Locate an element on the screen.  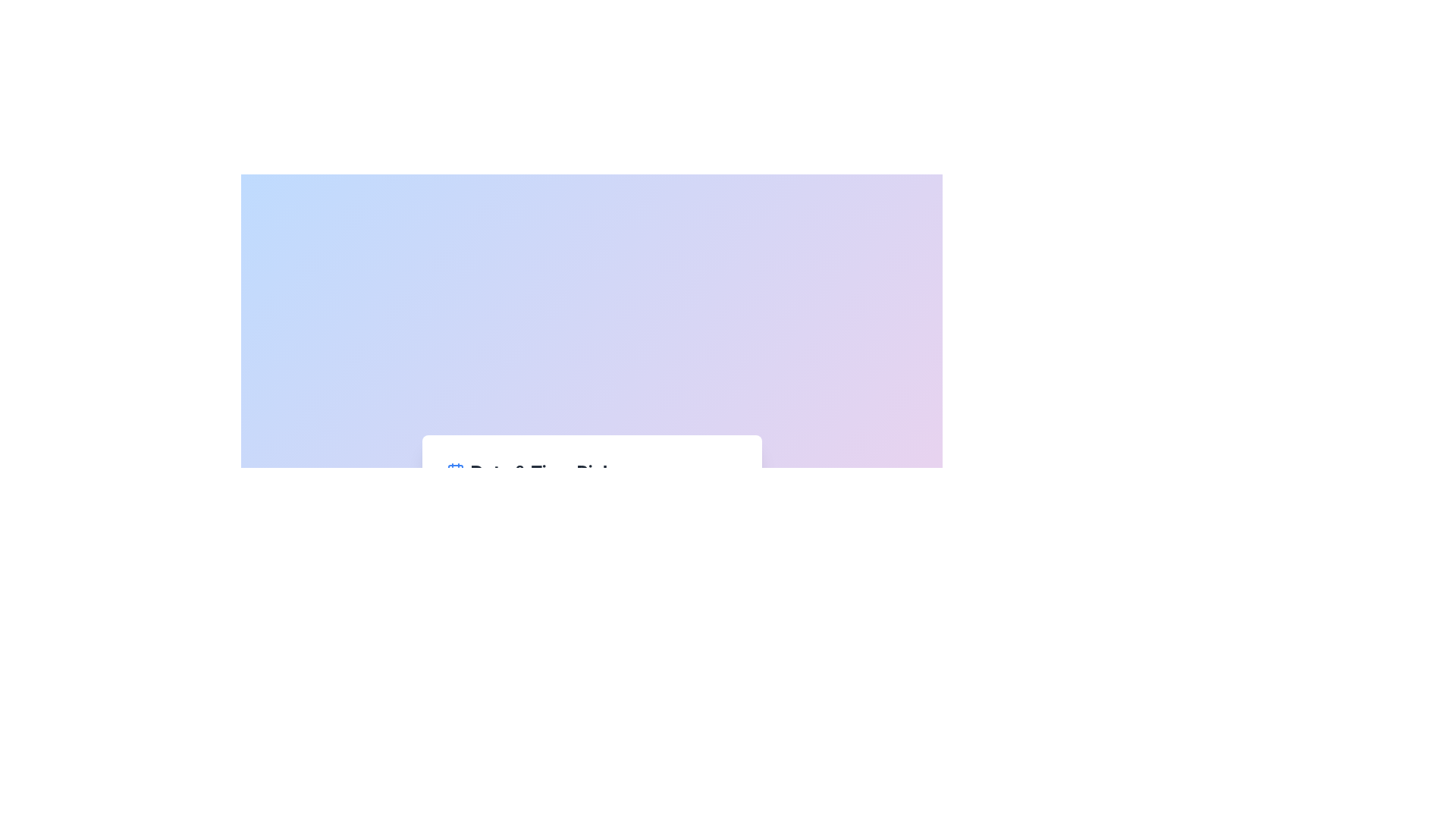
the calendar icon located in the 'Date & Time Picker' section, which is positioned immediately to the left of the 'Date & Time Picker' text label is located at coordinates (454, 470).